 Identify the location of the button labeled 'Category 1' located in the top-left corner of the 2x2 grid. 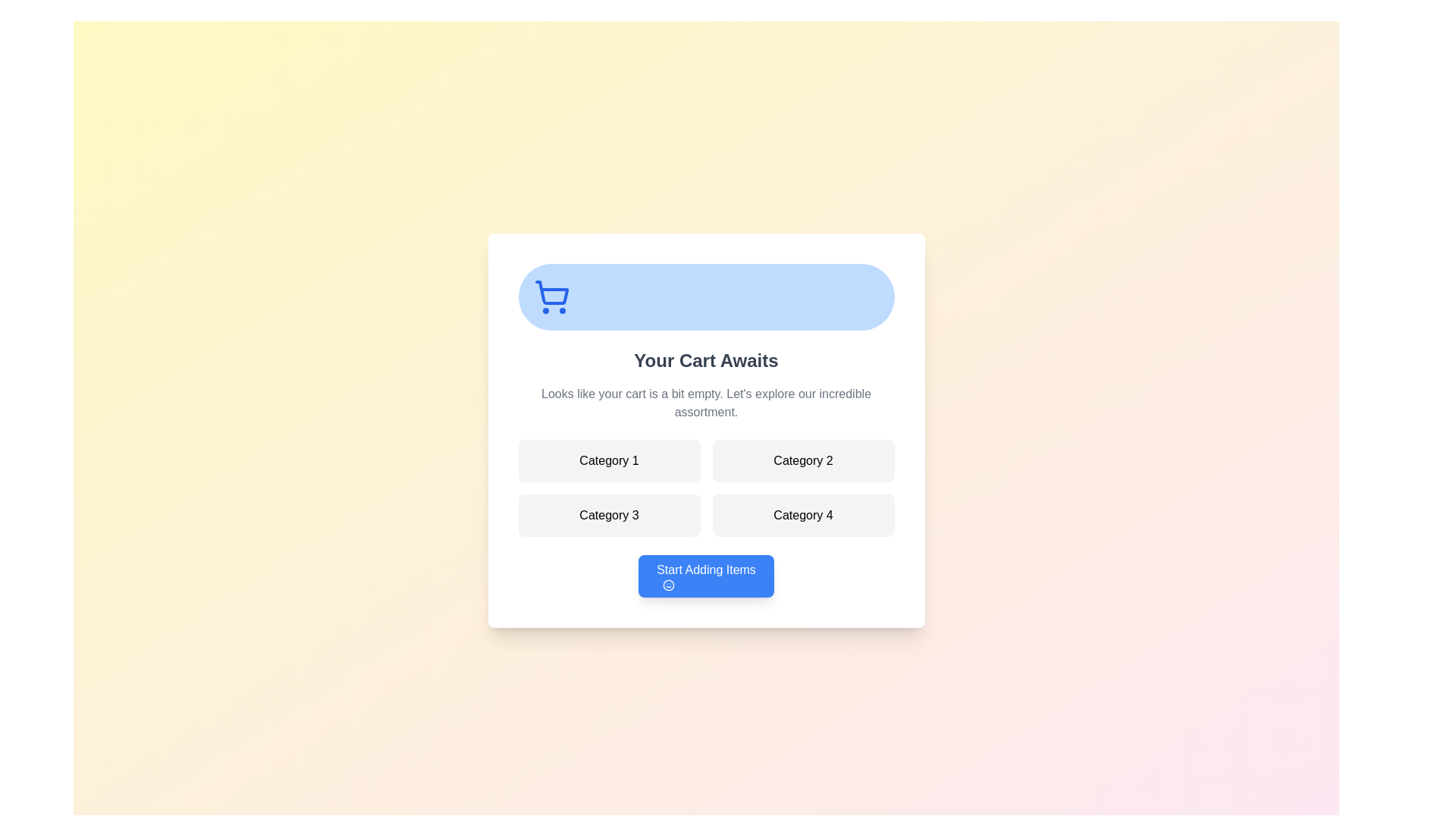
(609, 460).